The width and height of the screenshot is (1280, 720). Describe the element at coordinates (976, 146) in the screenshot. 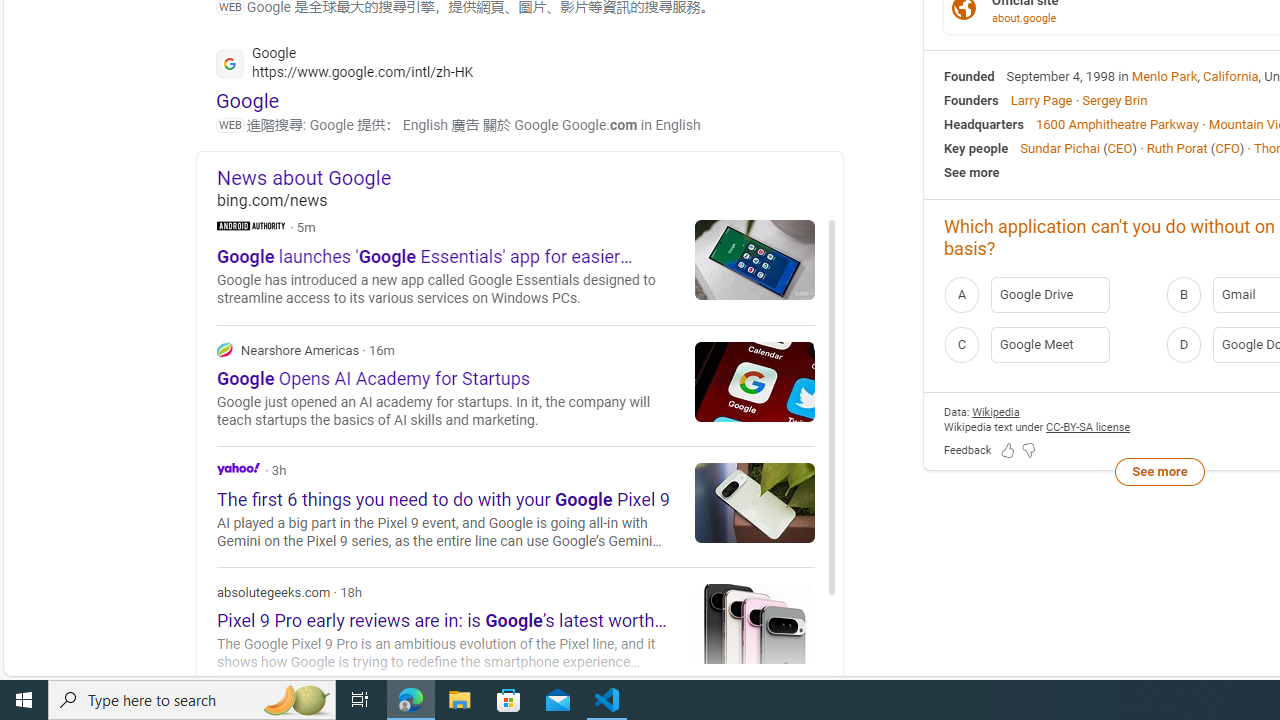

I see `'Key people'` at that location.